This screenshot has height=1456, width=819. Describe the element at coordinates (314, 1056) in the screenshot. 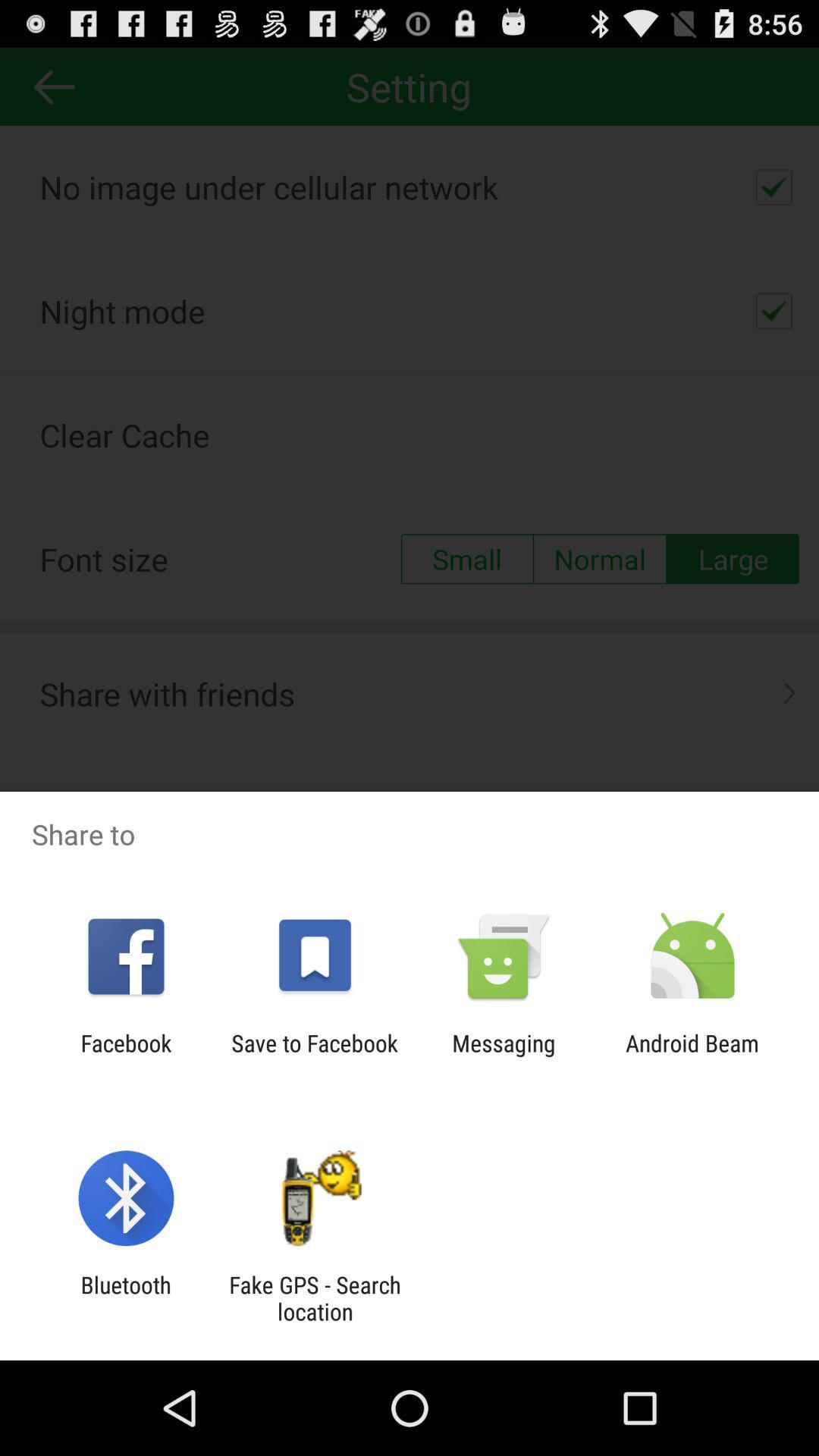

I see `the icon next to messaging app` at that location.